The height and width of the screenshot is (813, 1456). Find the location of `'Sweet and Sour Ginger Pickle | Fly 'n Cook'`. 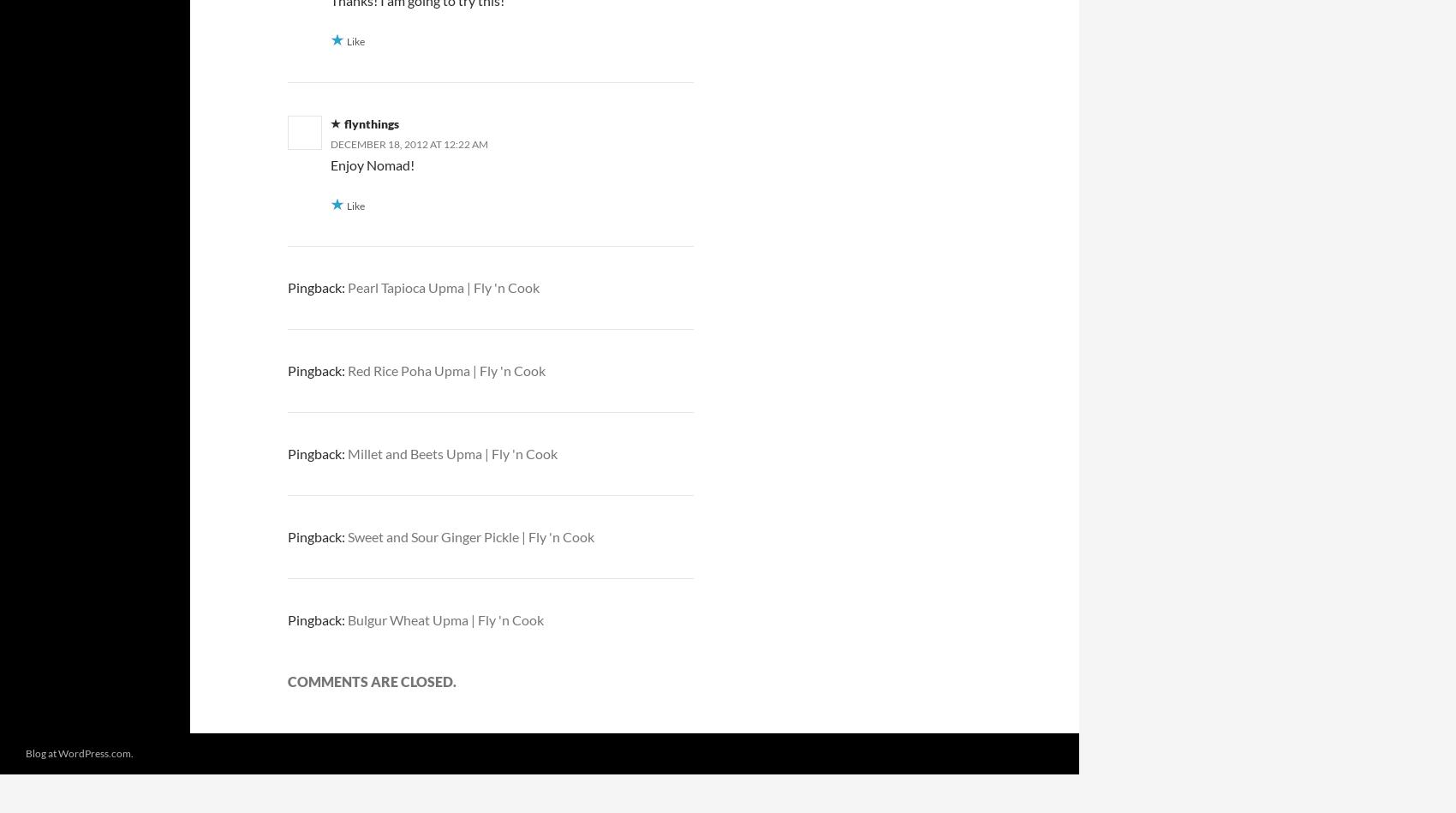

'Sweet and Sour Ginger Pickle | Fly 'n Cook' is located at coordinates (469, 535).